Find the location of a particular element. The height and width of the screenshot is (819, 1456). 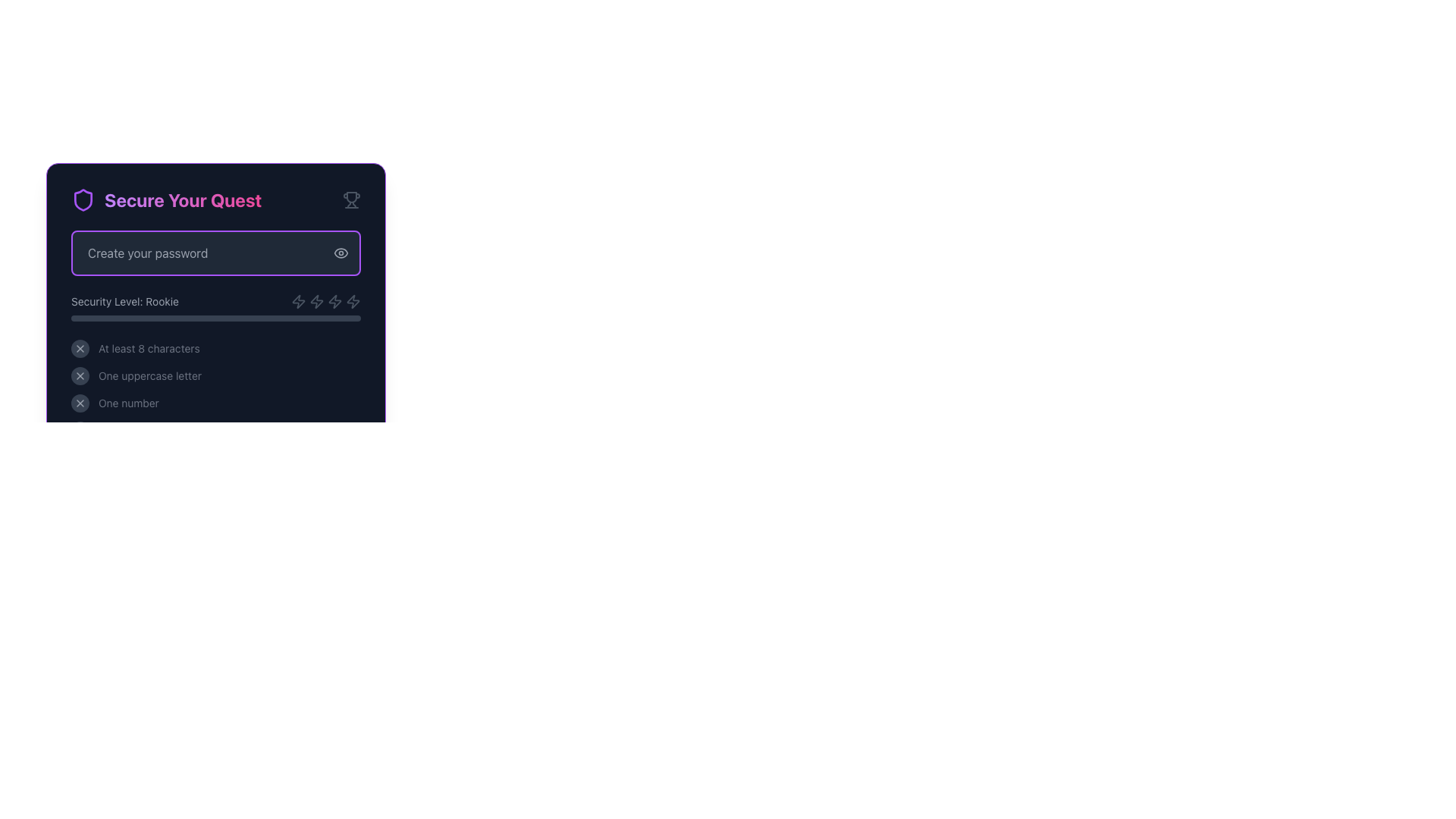

the label reading 'Security Level: Rookie' is located at coordinates (124, 301).